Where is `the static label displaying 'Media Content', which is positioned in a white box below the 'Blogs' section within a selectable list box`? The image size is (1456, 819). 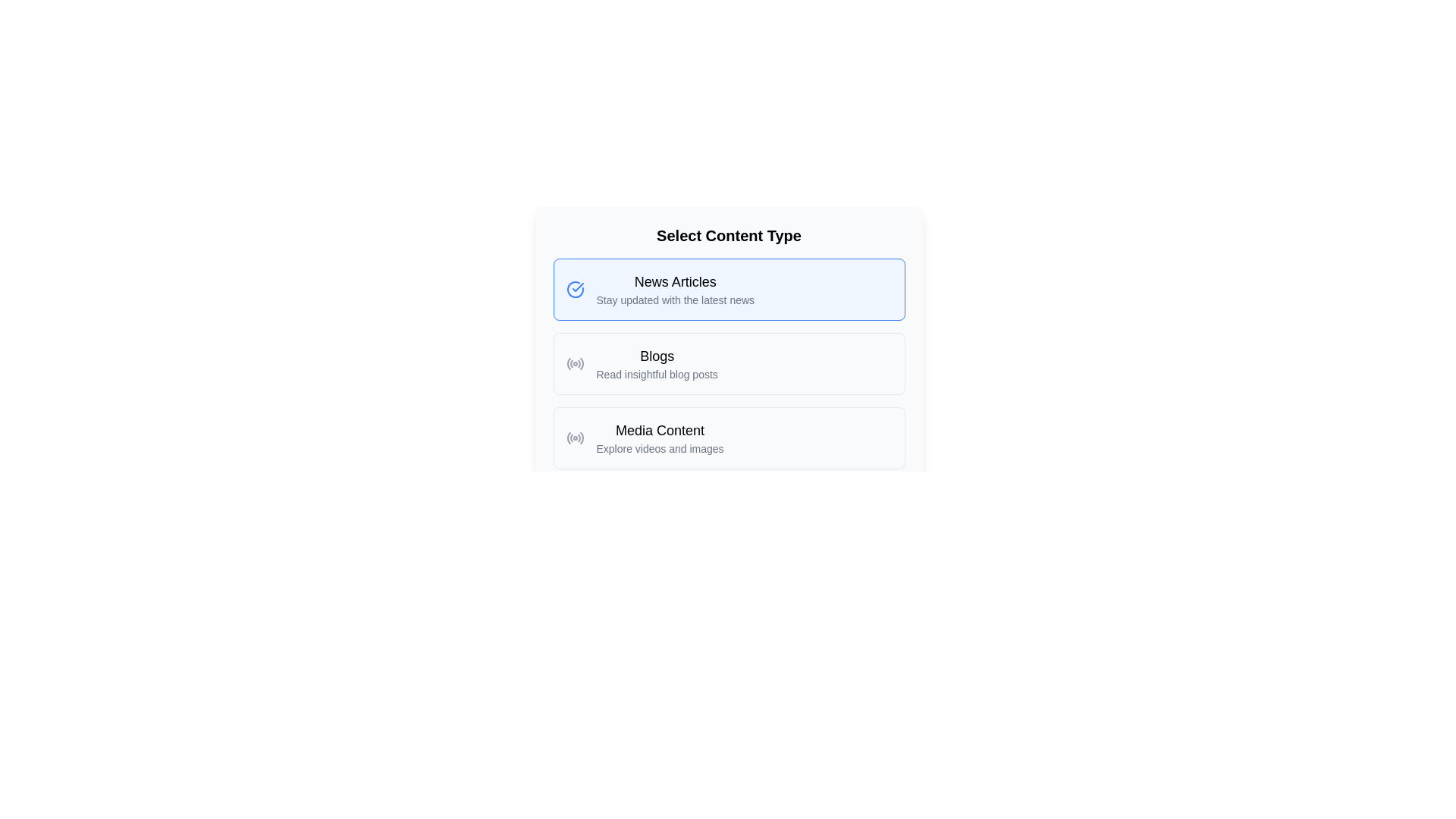 the static label displaying 'Media Content', which is positioned in a white box below the 'Blogs' section within a selectable list box is located at coordinates (660, 430).